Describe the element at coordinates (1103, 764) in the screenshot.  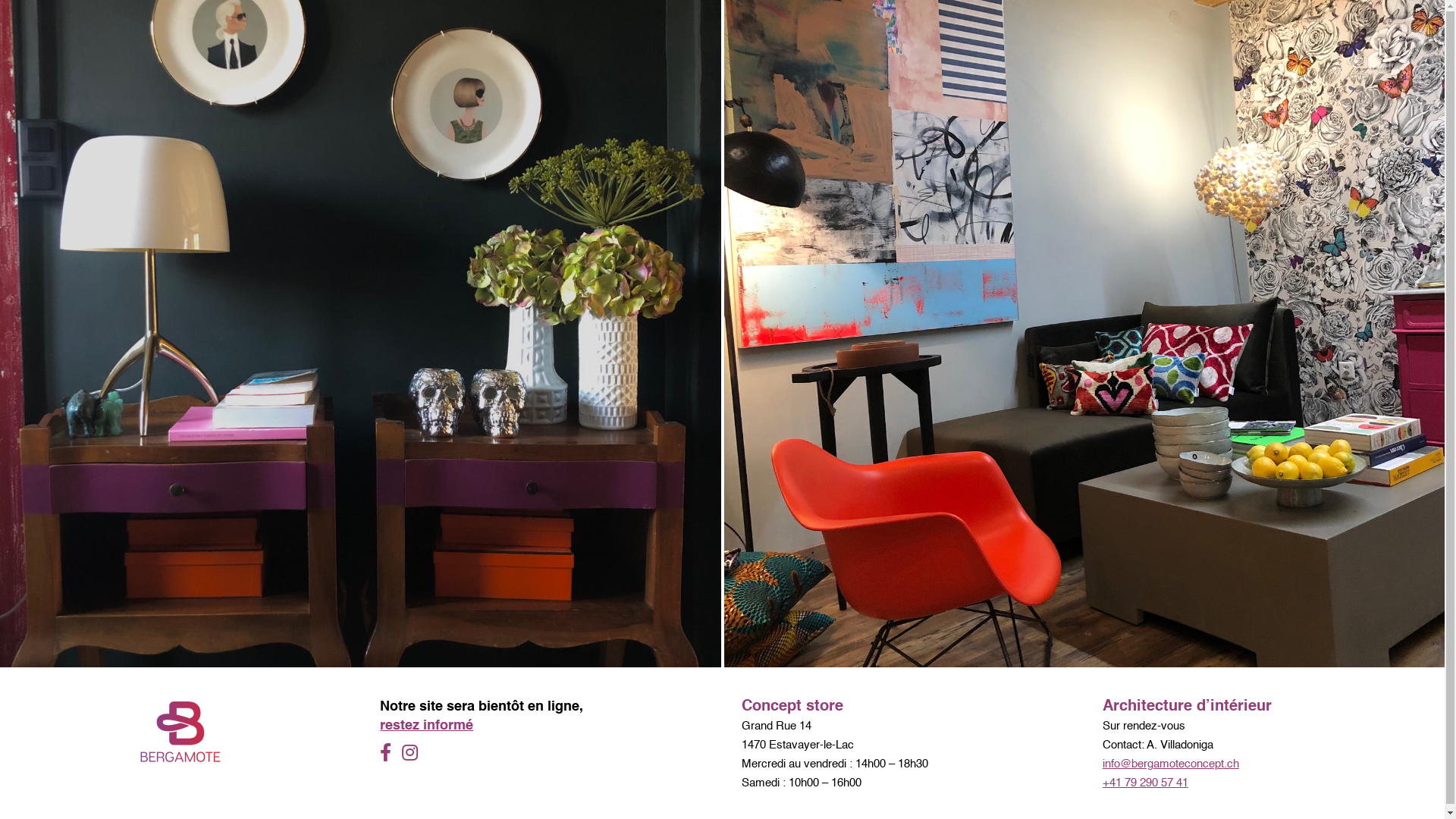
I see `'info@bergamoteconcept.ch'` at that location.